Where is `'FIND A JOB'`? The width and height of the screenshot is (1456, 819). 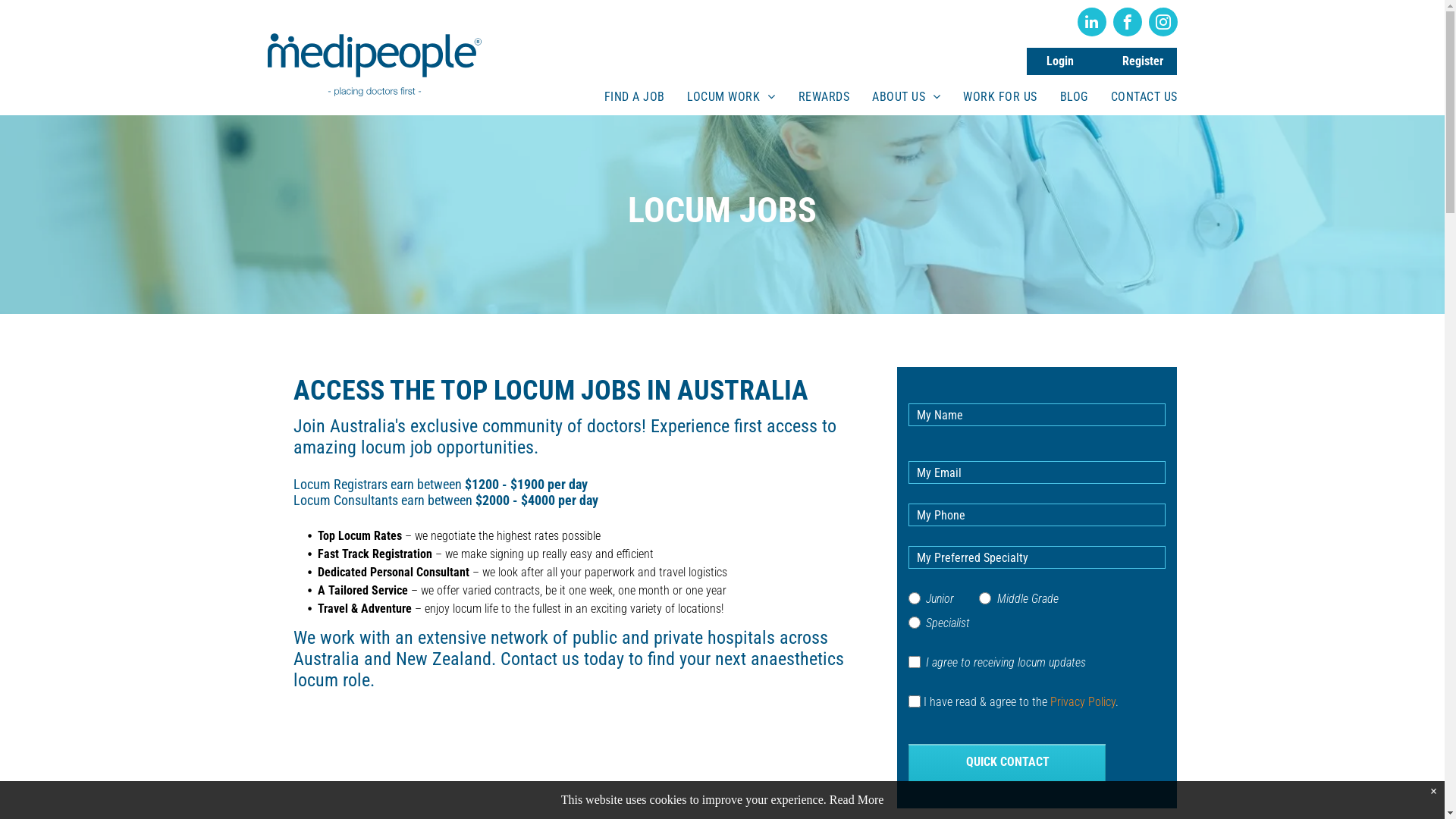 'FIND A JOB' is located at coordinates (634, 96).